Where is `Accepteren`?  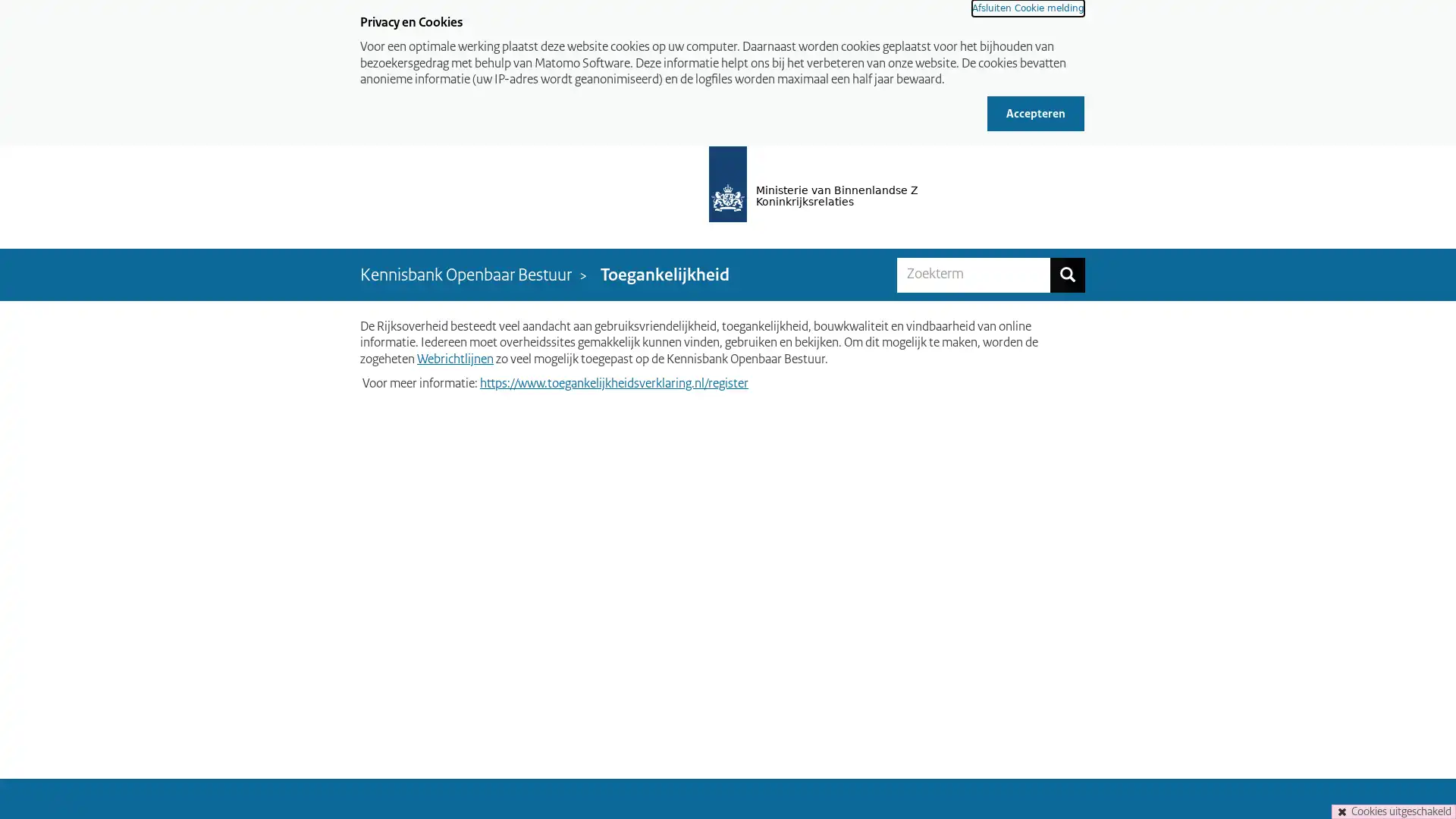
Accepteren is located at coordinates (1035, 112).